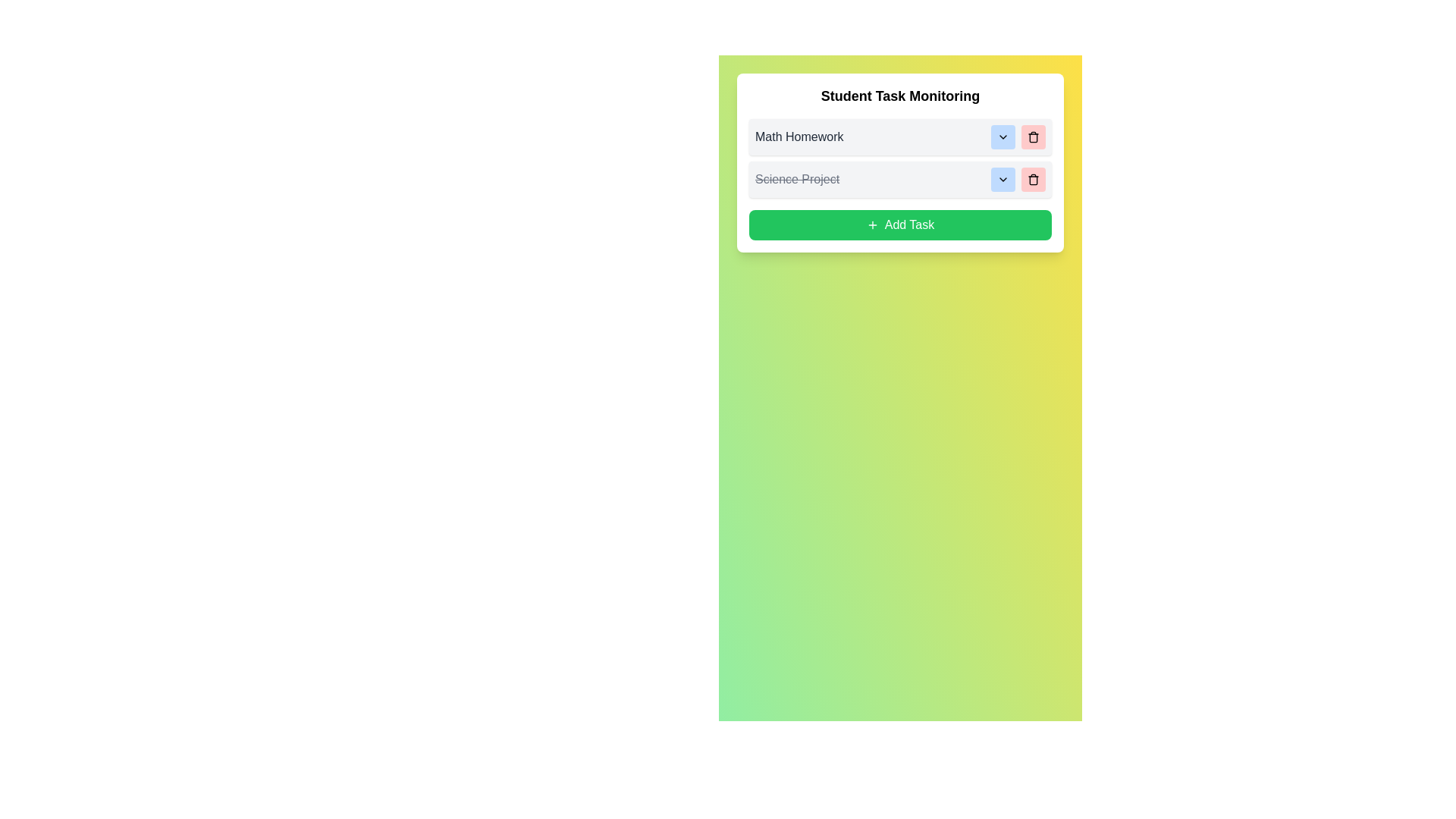 Image resolution: width=1456 pixels, height=819 pixels. What do you see at coordinates (909, 225) in the screenshot?
I see `text label within the green button at the bottom of the 'Student Task Monitoring' panel, which indicates the functionality to add a new task` at bounding box center [909, 225].